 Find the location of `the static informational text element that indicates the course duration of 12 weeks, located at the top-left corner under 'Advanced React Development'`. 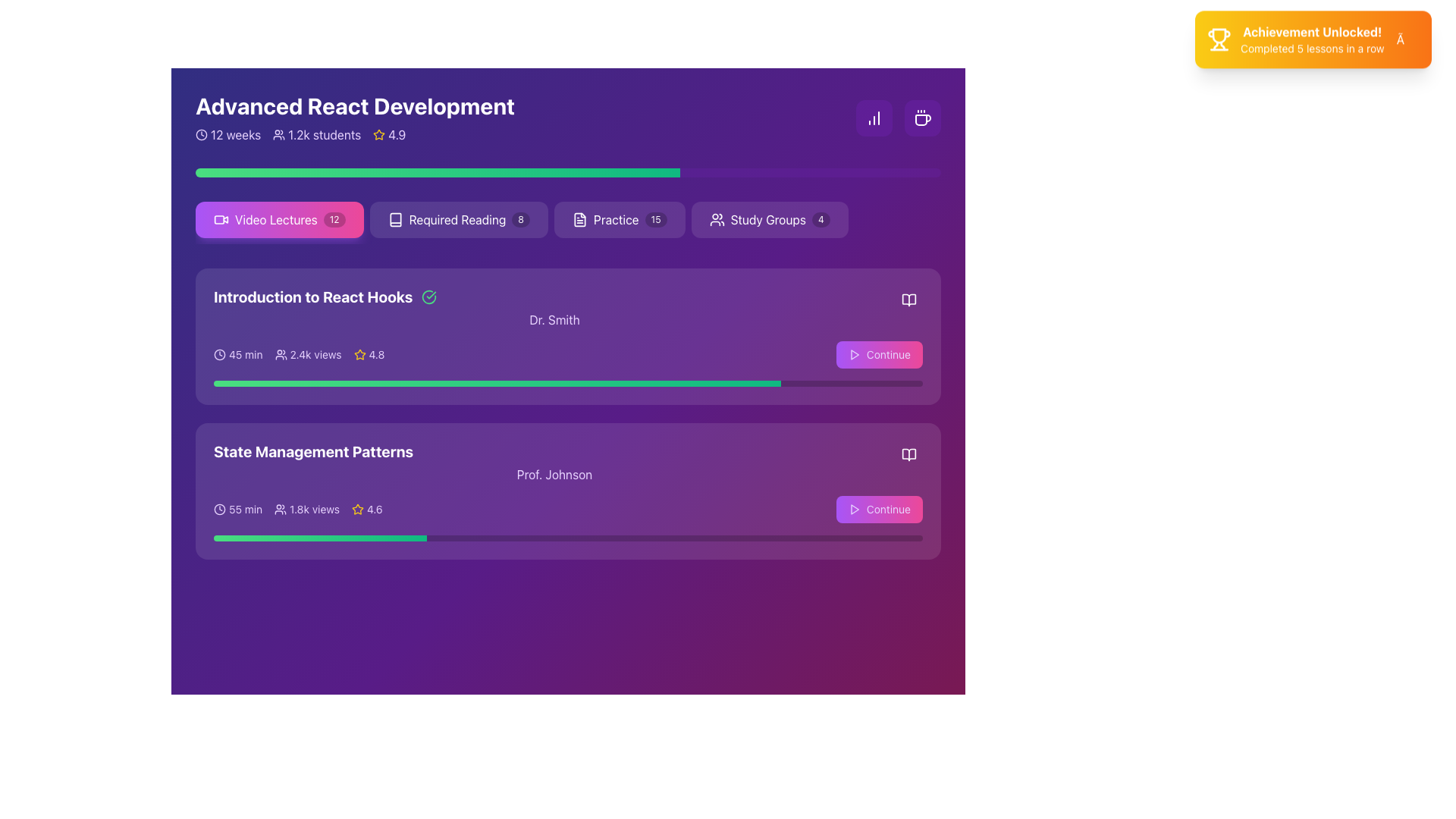

the static informational text element that indicates the course duration of 12 weeks, located at the top-left corner under 'Advanced React Development' is located at coordinates (227, 133).